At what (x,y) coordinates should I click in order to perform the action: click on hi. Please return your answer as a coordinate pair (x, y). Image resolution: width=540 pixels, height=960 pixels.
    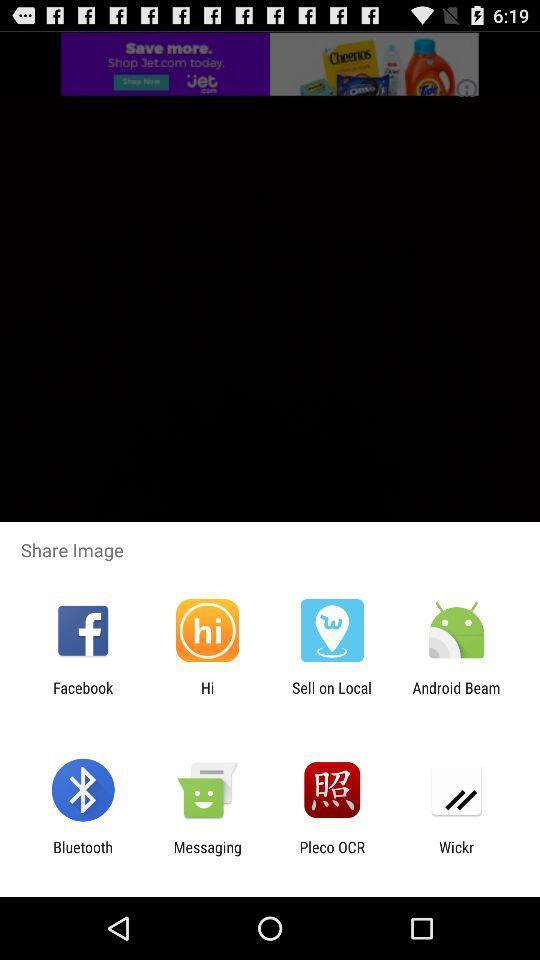
    Looking at the image, I should click on (206, 696).